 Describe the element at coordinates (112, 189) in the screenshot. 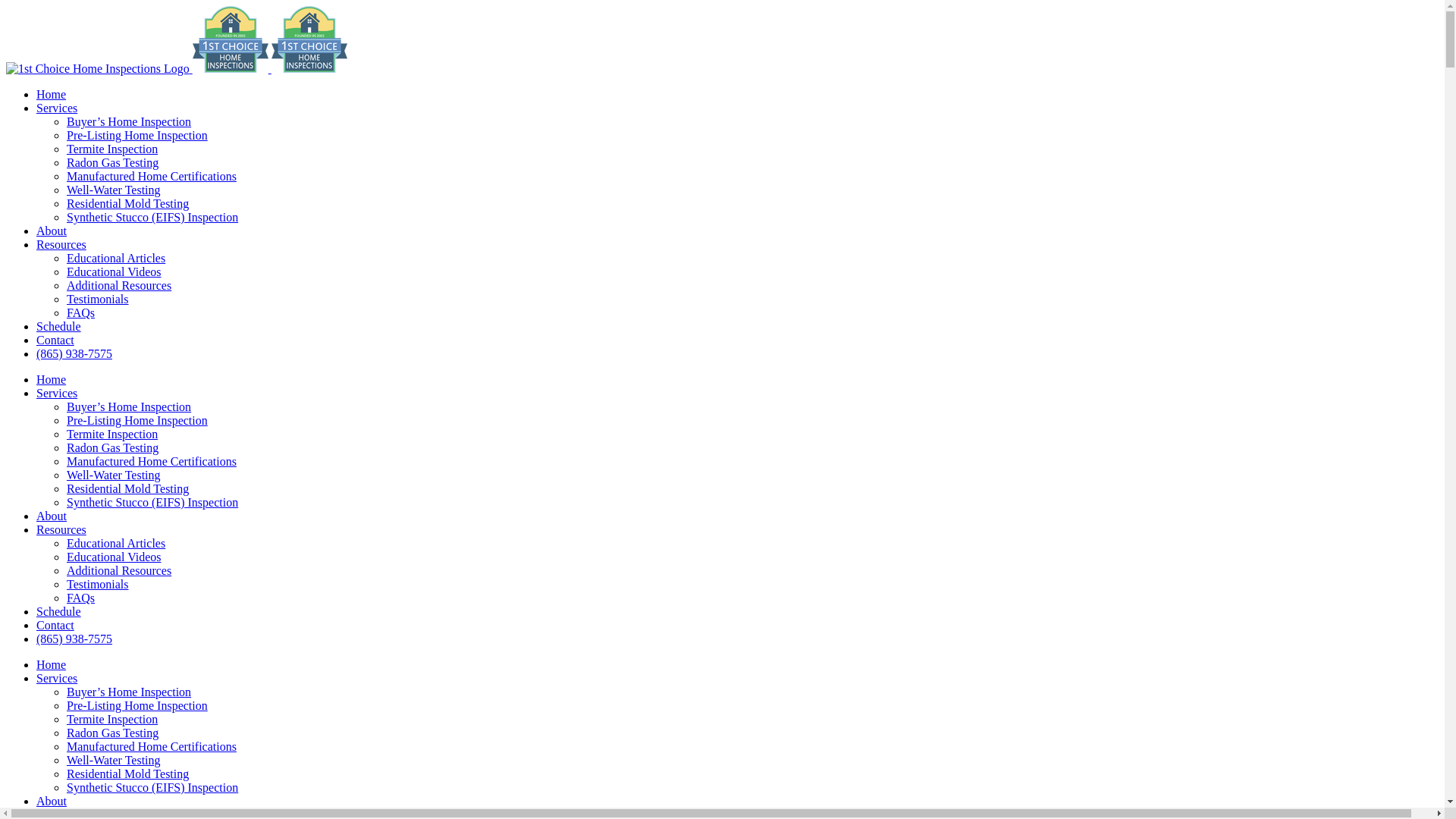

I see `'Well-Water Testing'` at that location.